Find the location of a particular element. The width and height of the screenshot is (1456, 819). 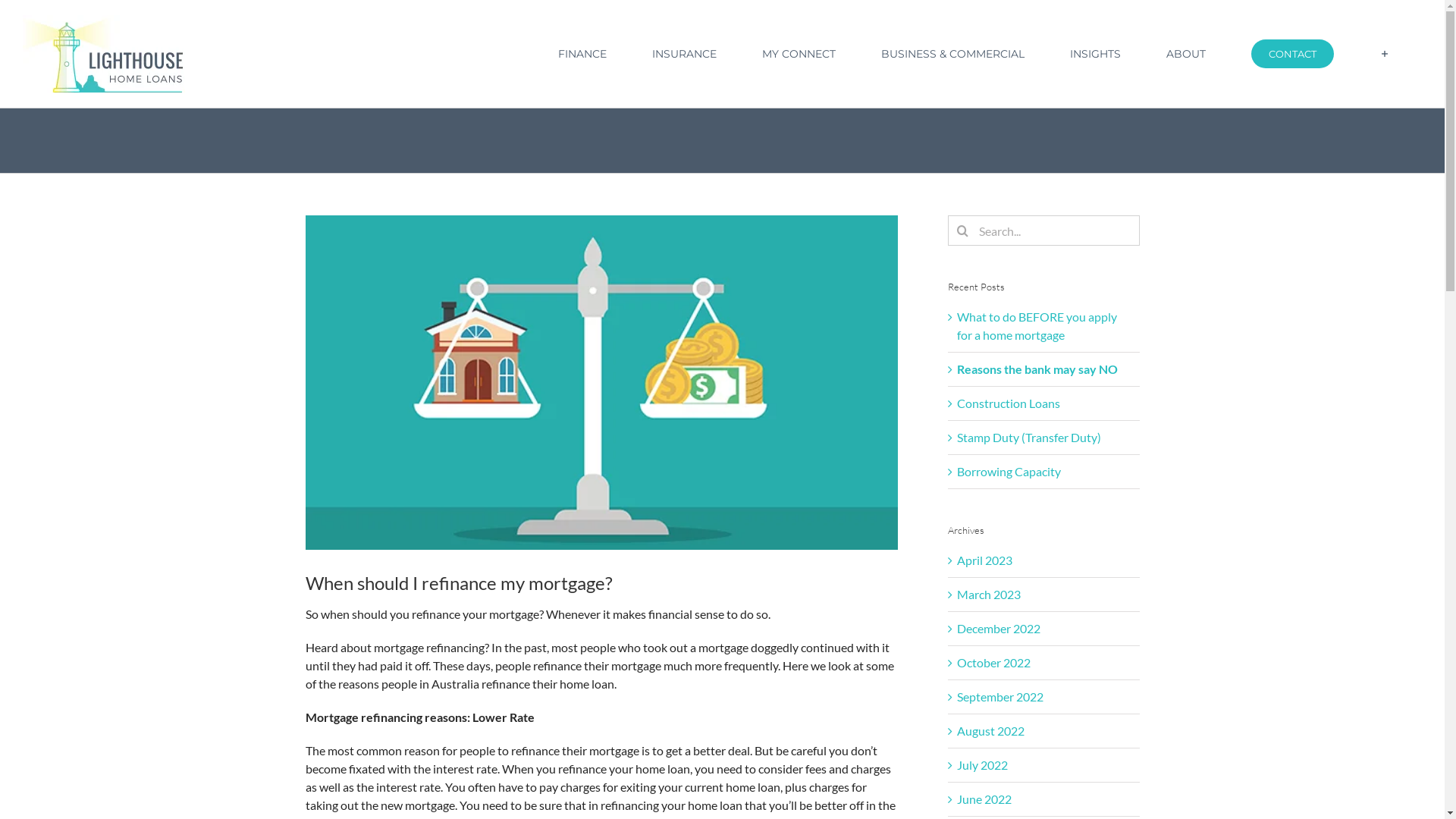

'BUSINESS & COMMERCIAL' is located at coordinates (952, 52).